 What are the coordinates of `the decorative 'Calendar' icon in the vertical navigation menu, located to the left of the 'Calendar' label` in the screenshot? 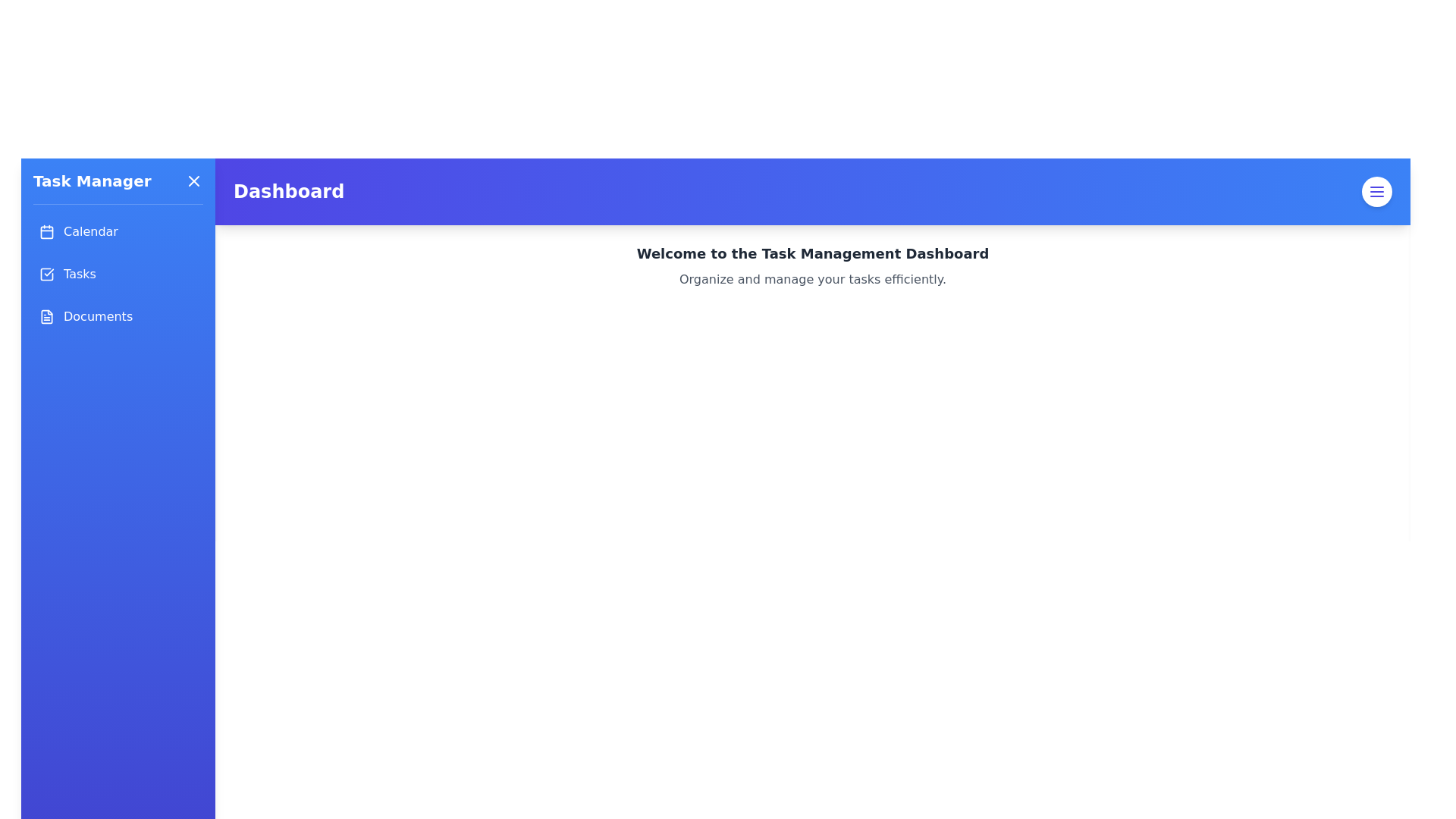 It's located at (47, 231).